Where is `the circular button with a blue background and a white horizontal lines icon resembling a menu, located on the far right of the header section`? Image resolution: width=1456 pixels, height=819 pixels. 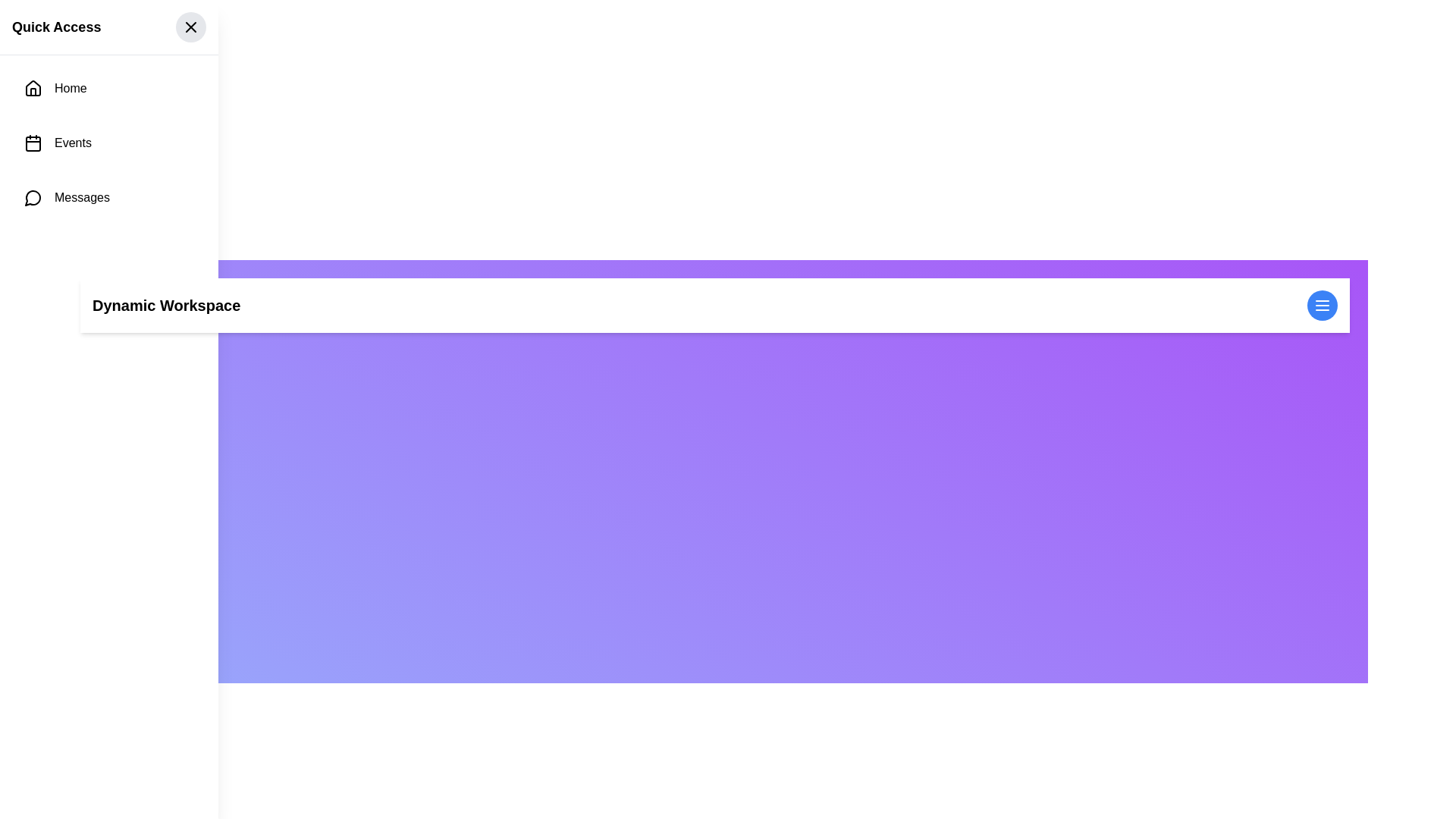 the circular button with a blue background and a white horizontal lines icon resembling a menu, located on the far right of the header section is located at coordinates (1321, 305).